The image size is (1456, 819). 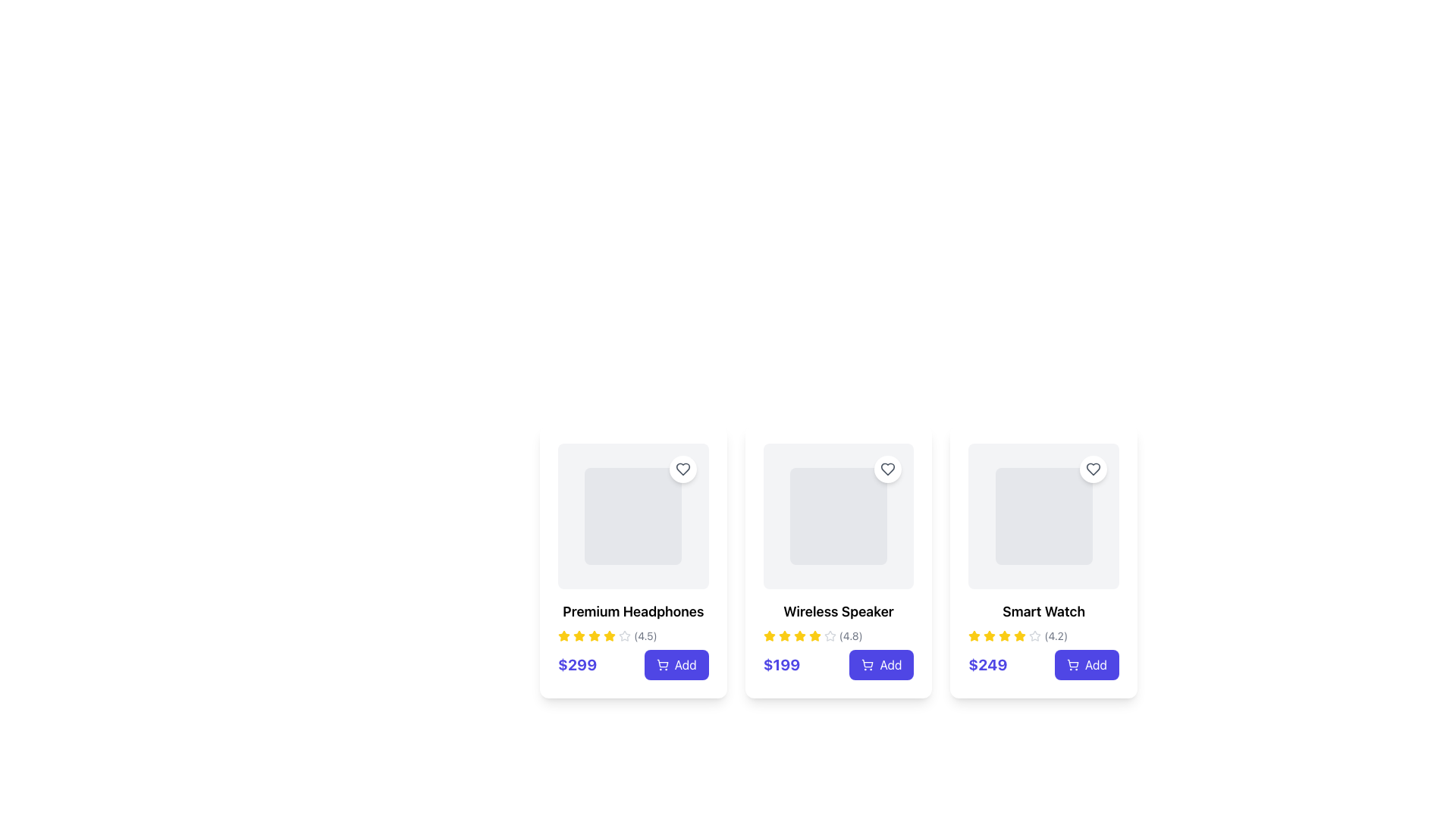 What do you see at coordinates (784, 635) in the screenshot?
I see `the second star icon representing the rating for the 'Wireless Speaker' product, which visually indicates user feedback or quality scoring` at bounding box center [784, 635].